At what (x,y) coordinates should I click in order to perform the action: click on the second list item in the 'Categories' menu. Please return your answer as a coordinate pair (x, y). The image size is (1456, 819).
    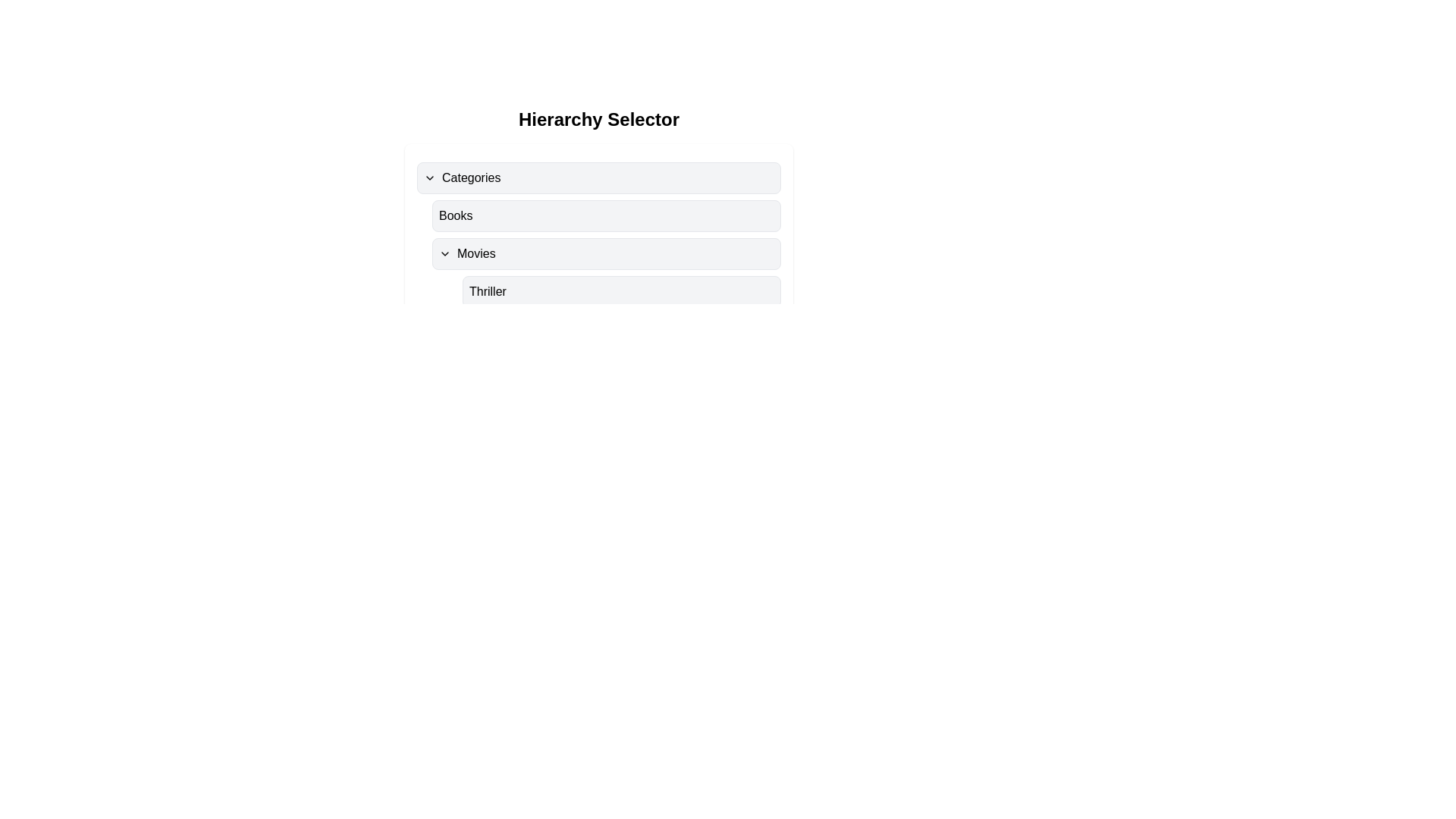
    Looking at the image, I should click on (598, 216).